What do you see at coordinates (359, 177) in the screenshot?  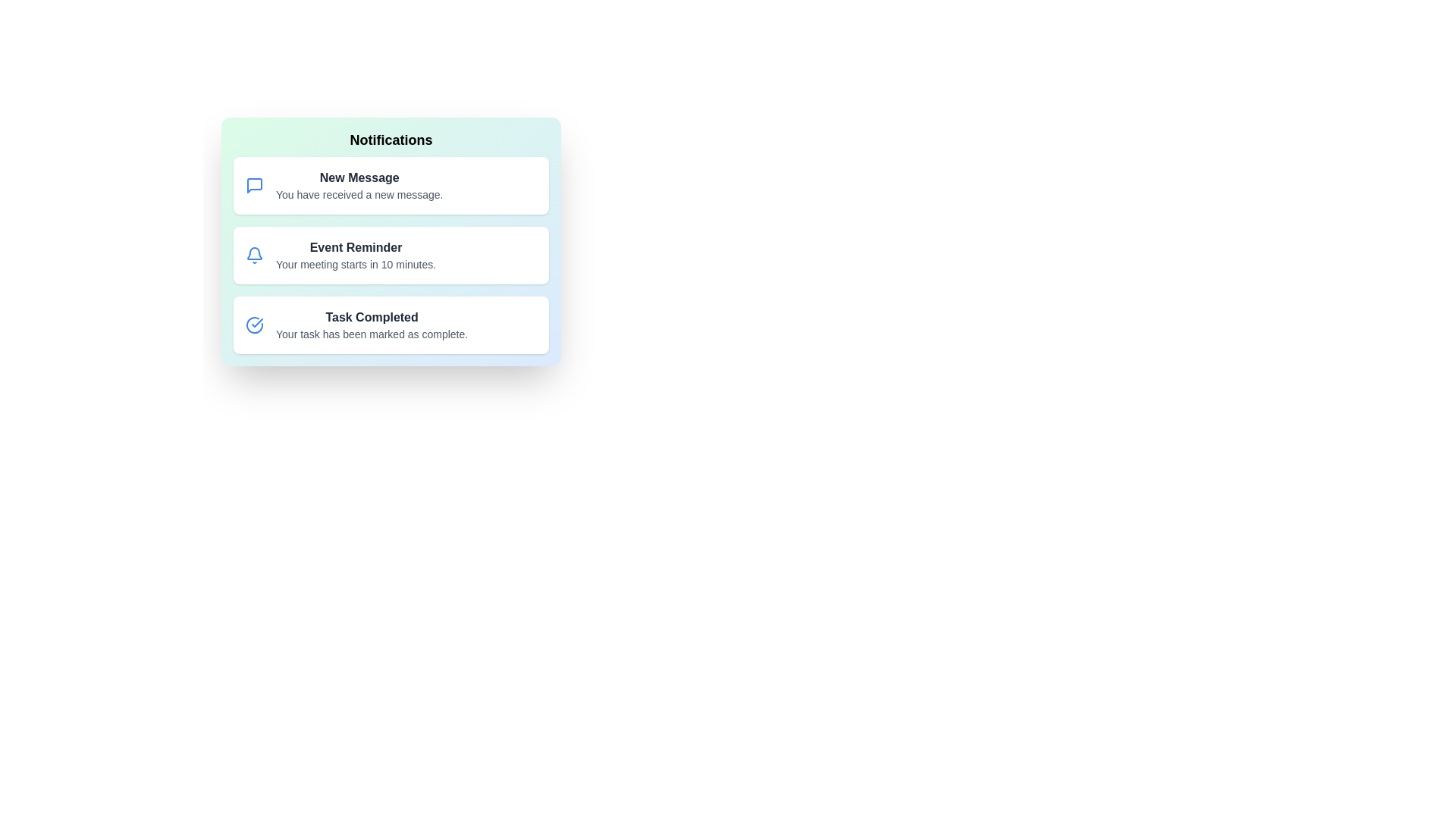 I see `the notification title New Message` at bounding box center [359, 177].